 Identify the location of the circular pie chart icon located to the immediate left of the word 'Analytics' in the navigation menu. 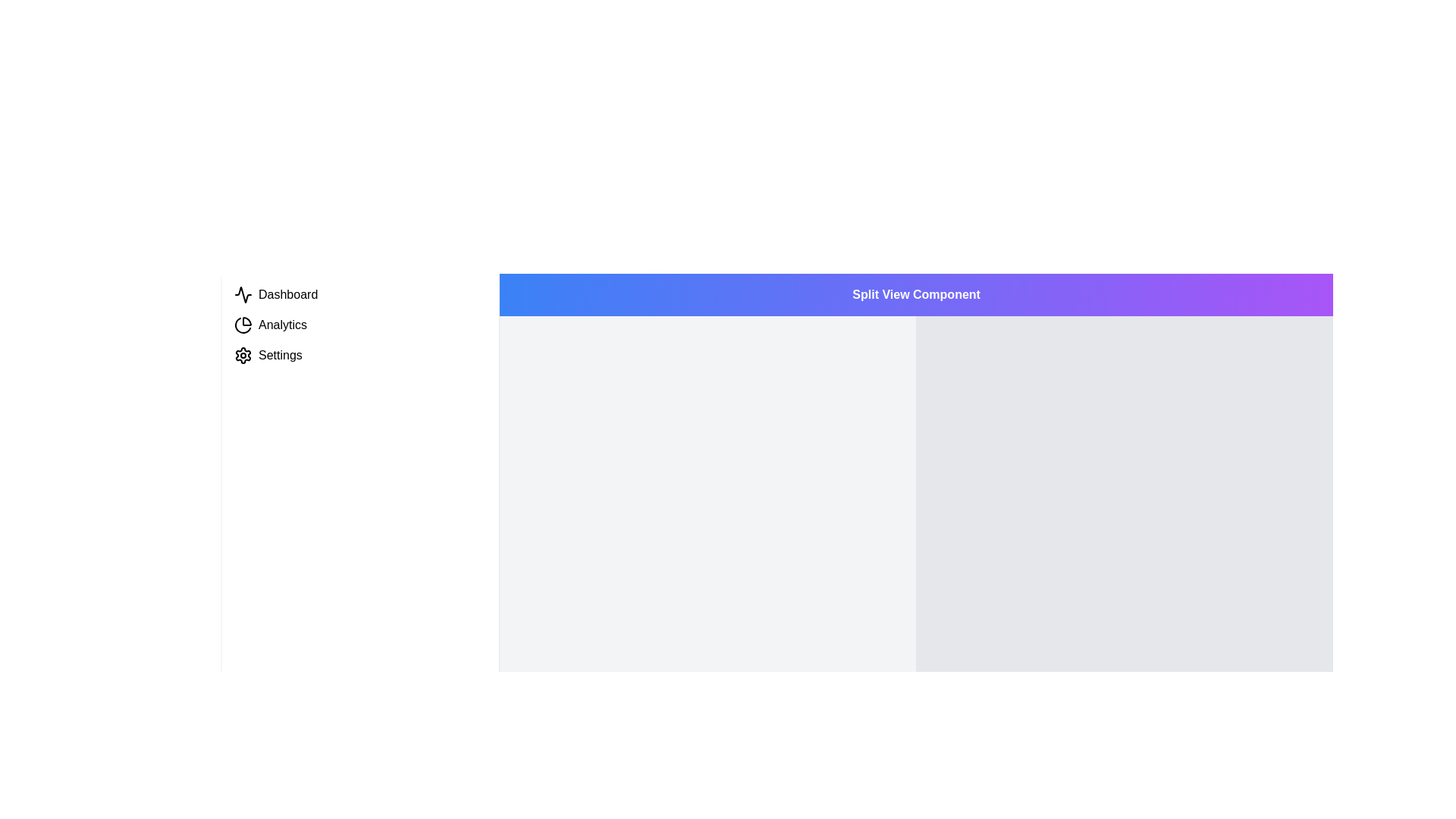
(243, 324).